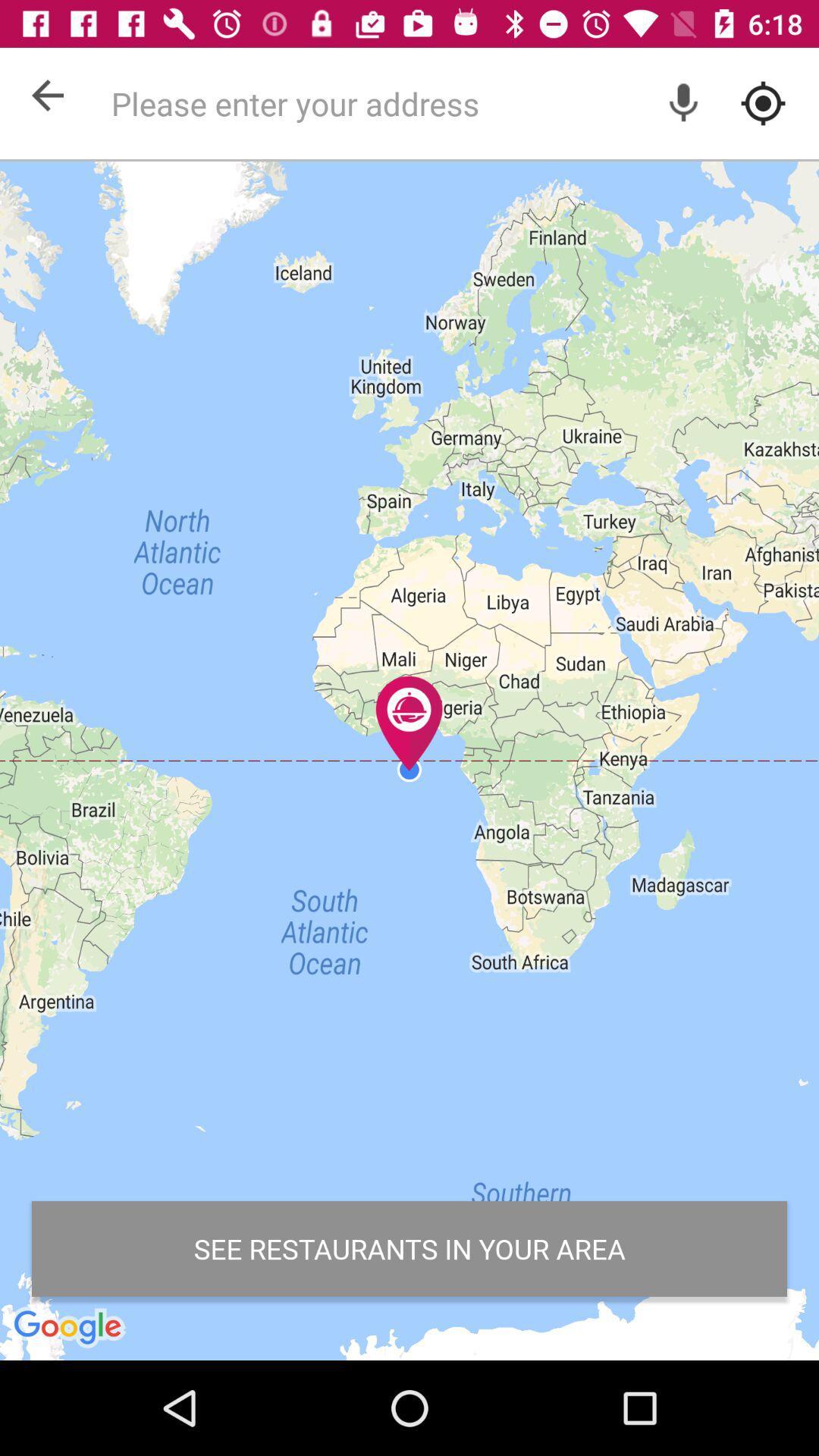 This screenshot has height=1456, width=819. Describe the element at coordinates (683, 102) in the screenshot. I see `record` at that location.